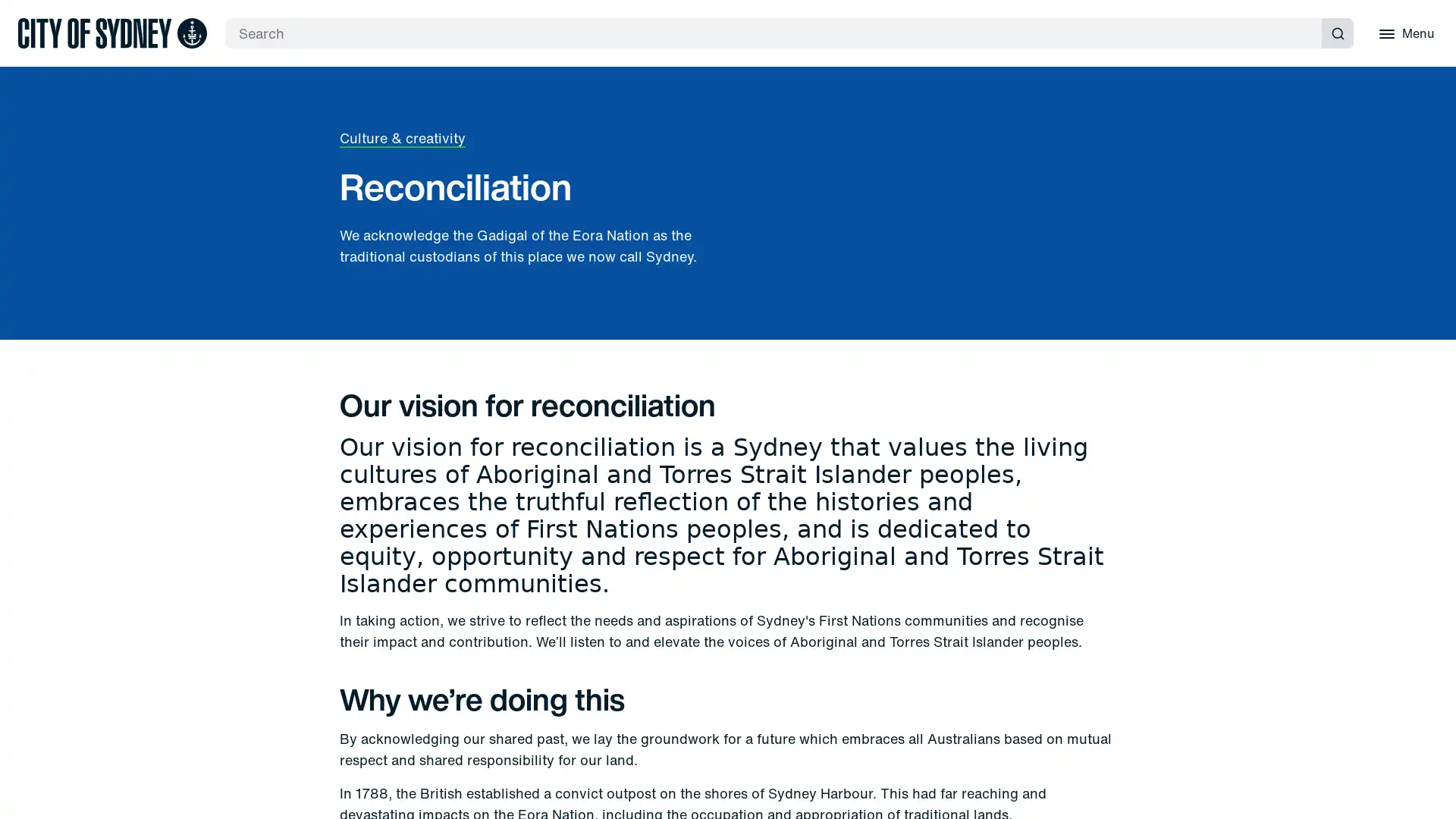  Describe the element at coordinates (1337, 33) in the screenshot. I see `Submit search` at that location.